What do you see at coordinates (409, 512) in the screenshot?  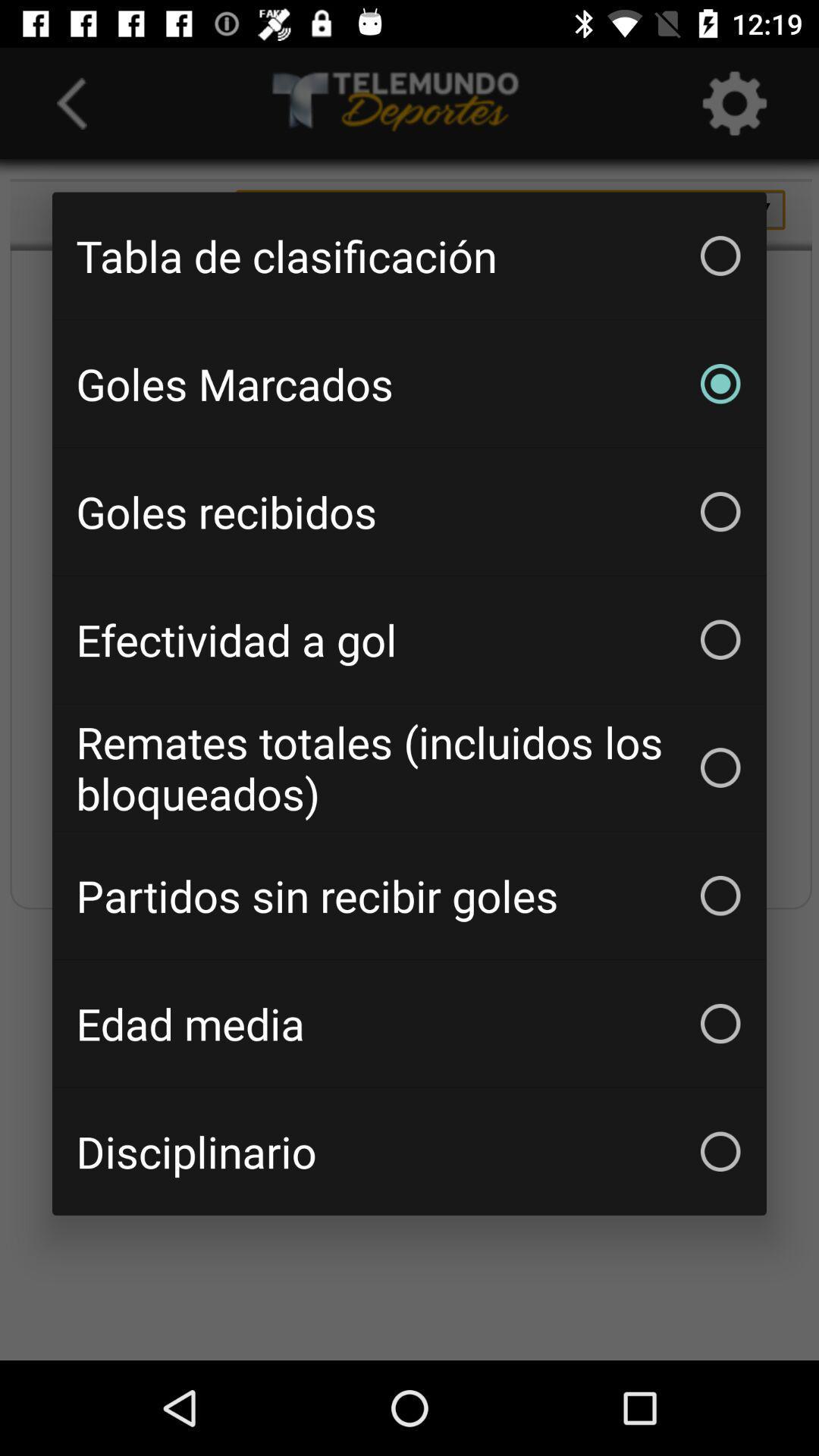 I see `the item above the efectividad a gol` at bounding box center [409, 512].